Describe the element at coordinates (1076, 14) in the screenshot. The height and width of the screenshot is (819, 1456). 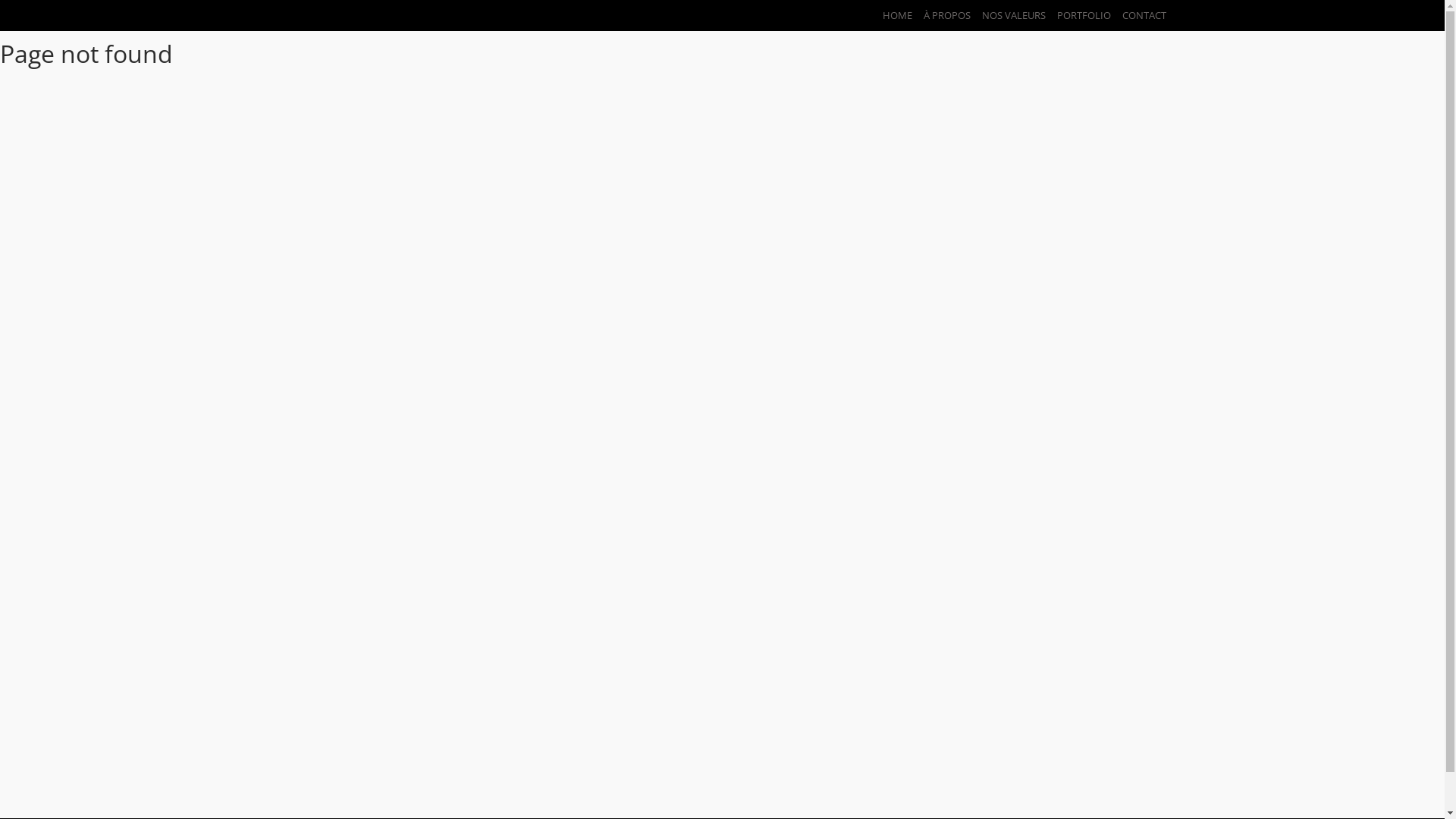
I see `'PORTFOLIO'` at that location.